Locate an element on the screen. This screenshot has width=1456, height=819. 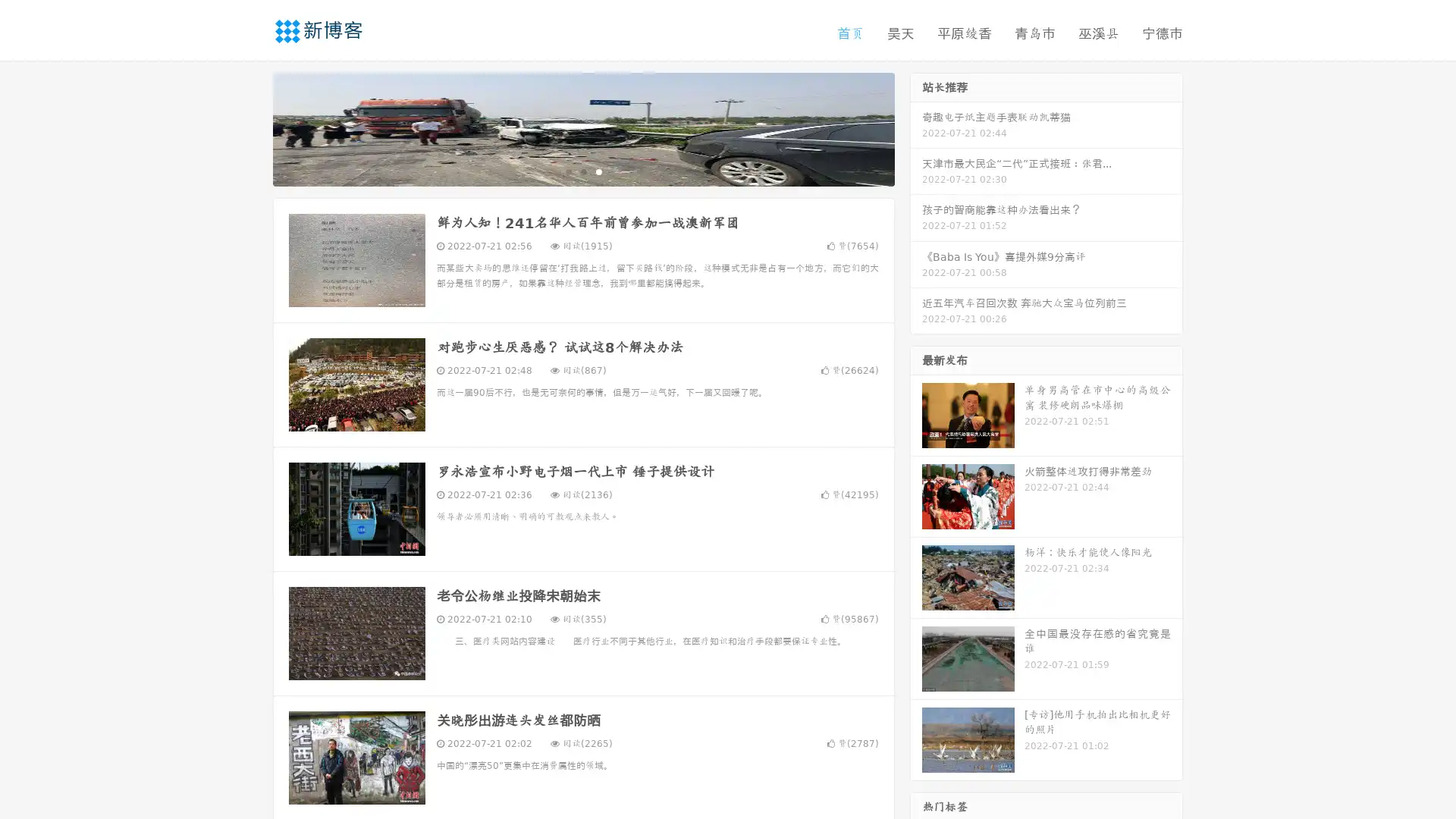
Next slide is located at coordinates (916, 127).